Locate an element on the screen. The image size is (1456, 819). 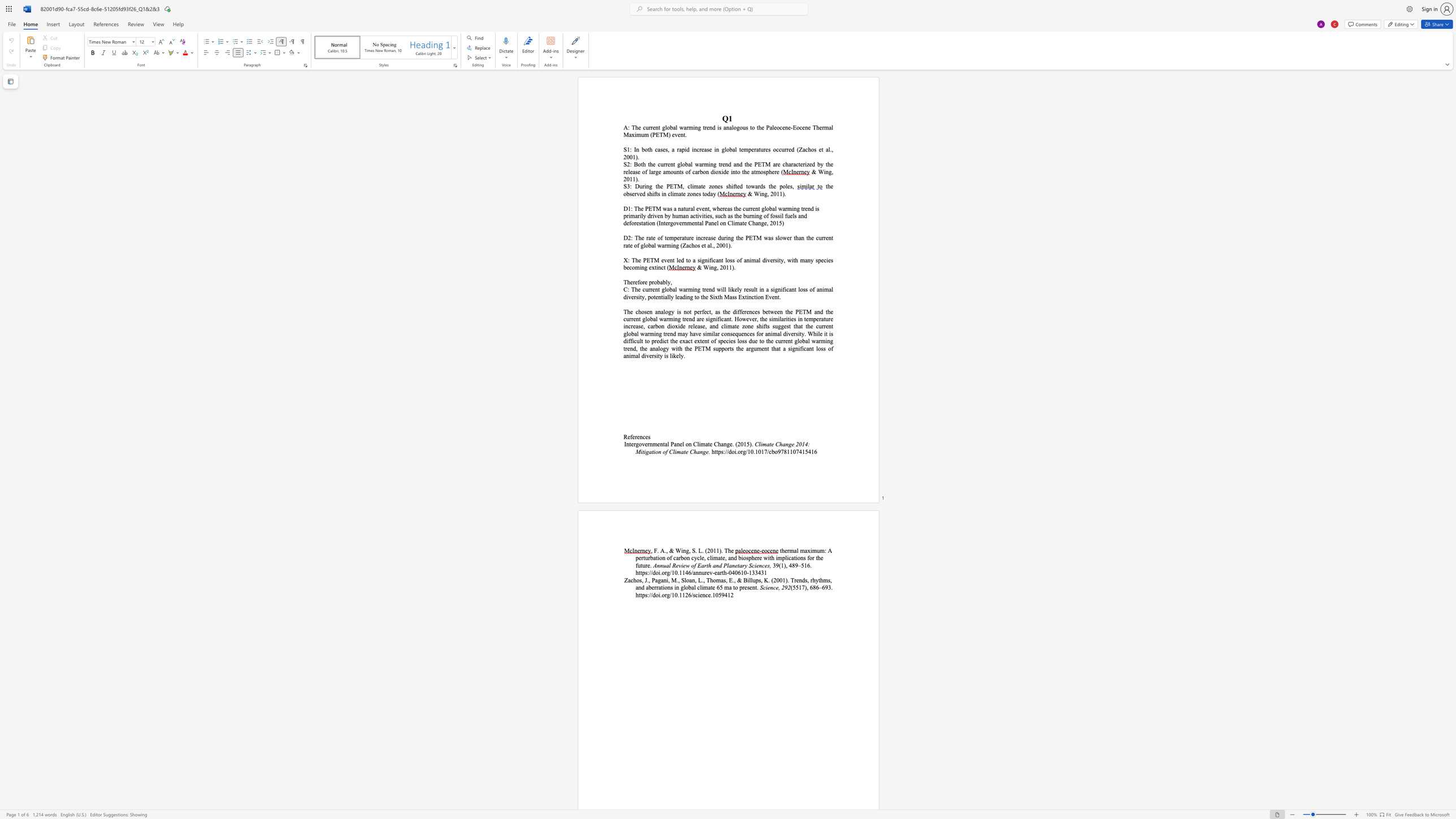
the 3th character "," in the text is located at coordinates (690, 551).